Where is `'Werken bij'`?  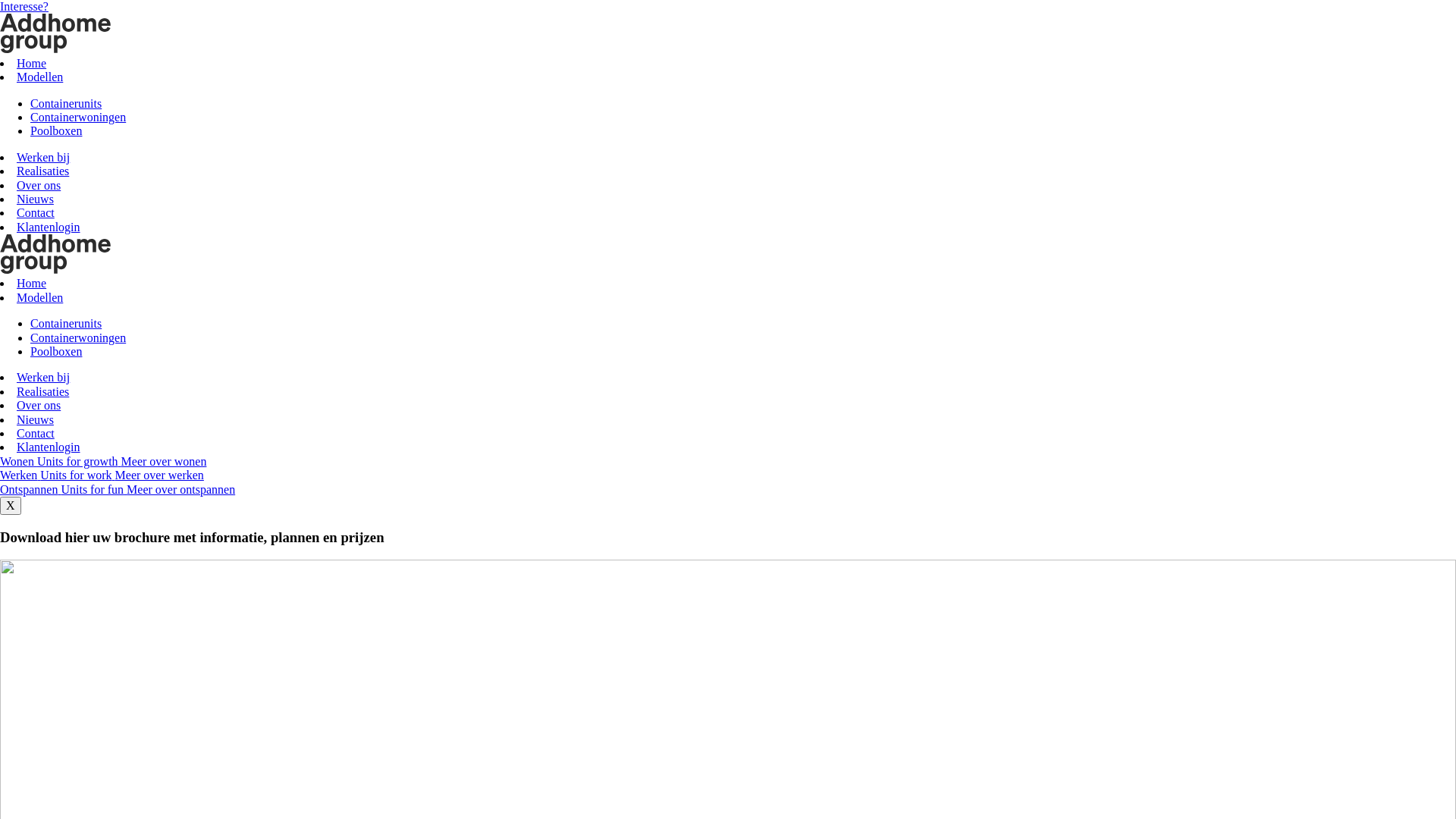 'Werken bij' is located at coordinates (43, 157).